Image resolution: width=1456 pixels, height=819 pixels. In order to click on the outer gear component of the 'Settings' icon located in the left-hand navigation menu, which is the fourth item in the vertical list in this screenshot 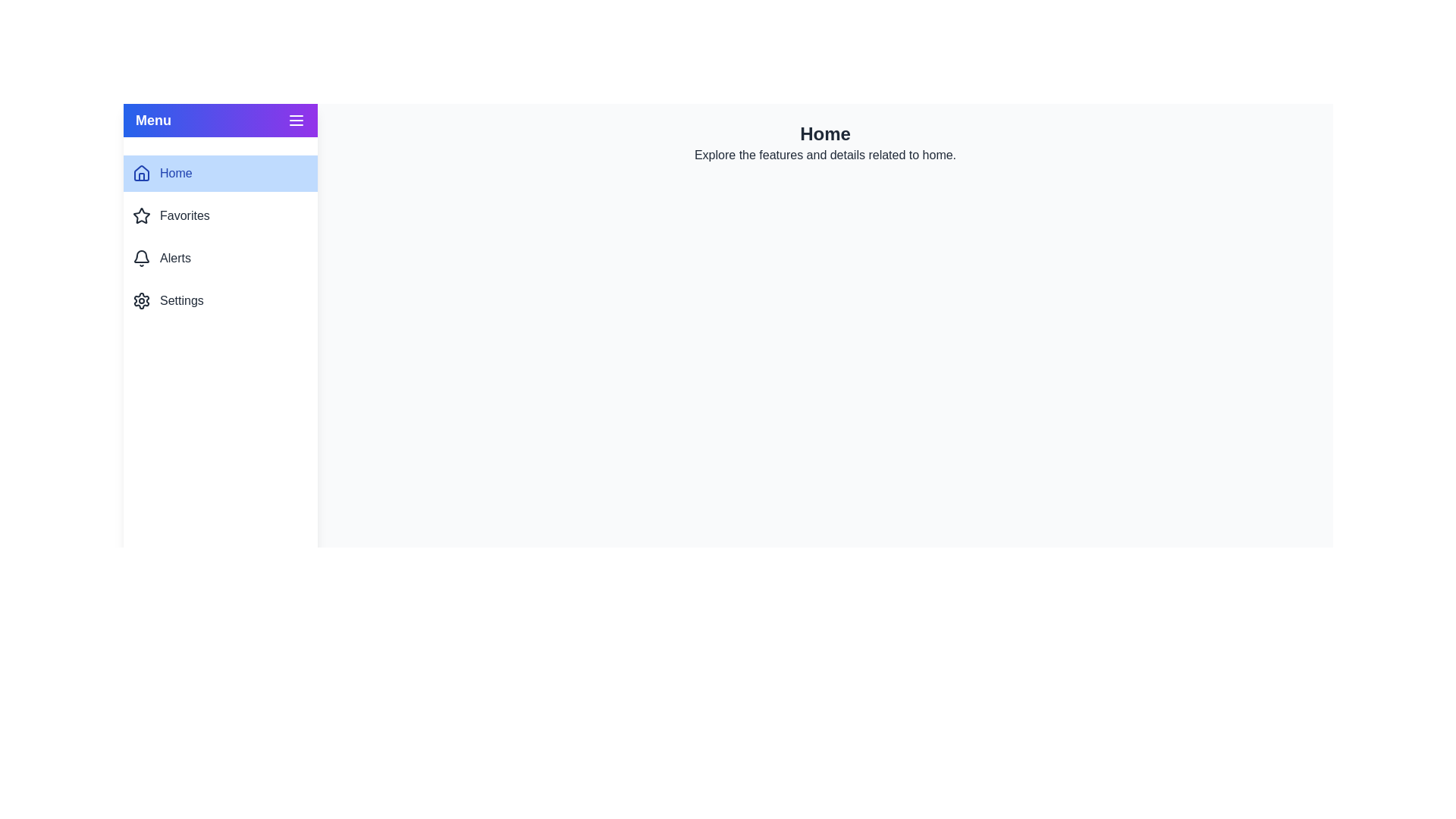, I will do `click(142, 301)`.